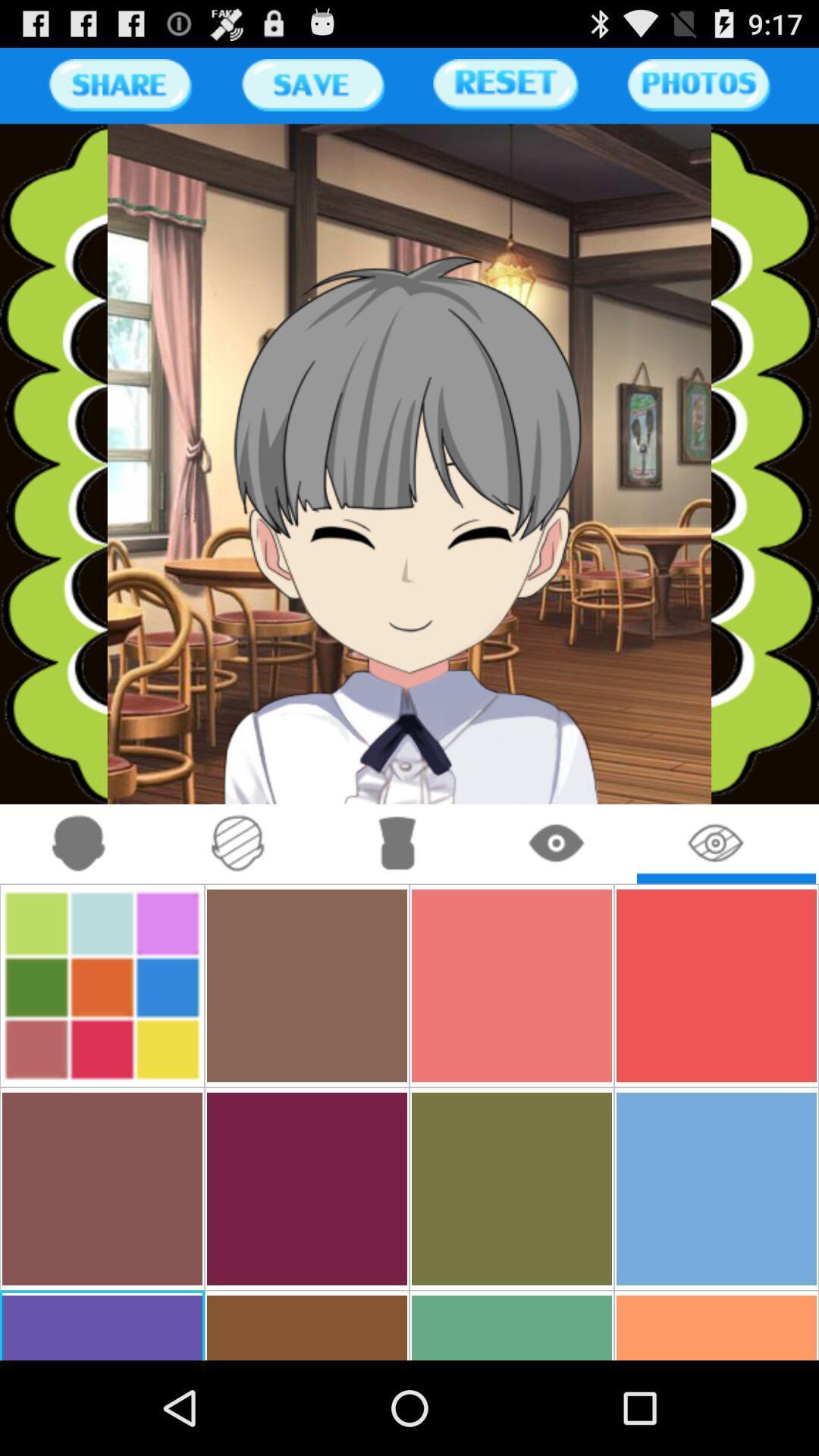  What do you see at coordinates (119, 90) in the screenshot?
I see `the sliders icon` at bounding box center [119, 90].